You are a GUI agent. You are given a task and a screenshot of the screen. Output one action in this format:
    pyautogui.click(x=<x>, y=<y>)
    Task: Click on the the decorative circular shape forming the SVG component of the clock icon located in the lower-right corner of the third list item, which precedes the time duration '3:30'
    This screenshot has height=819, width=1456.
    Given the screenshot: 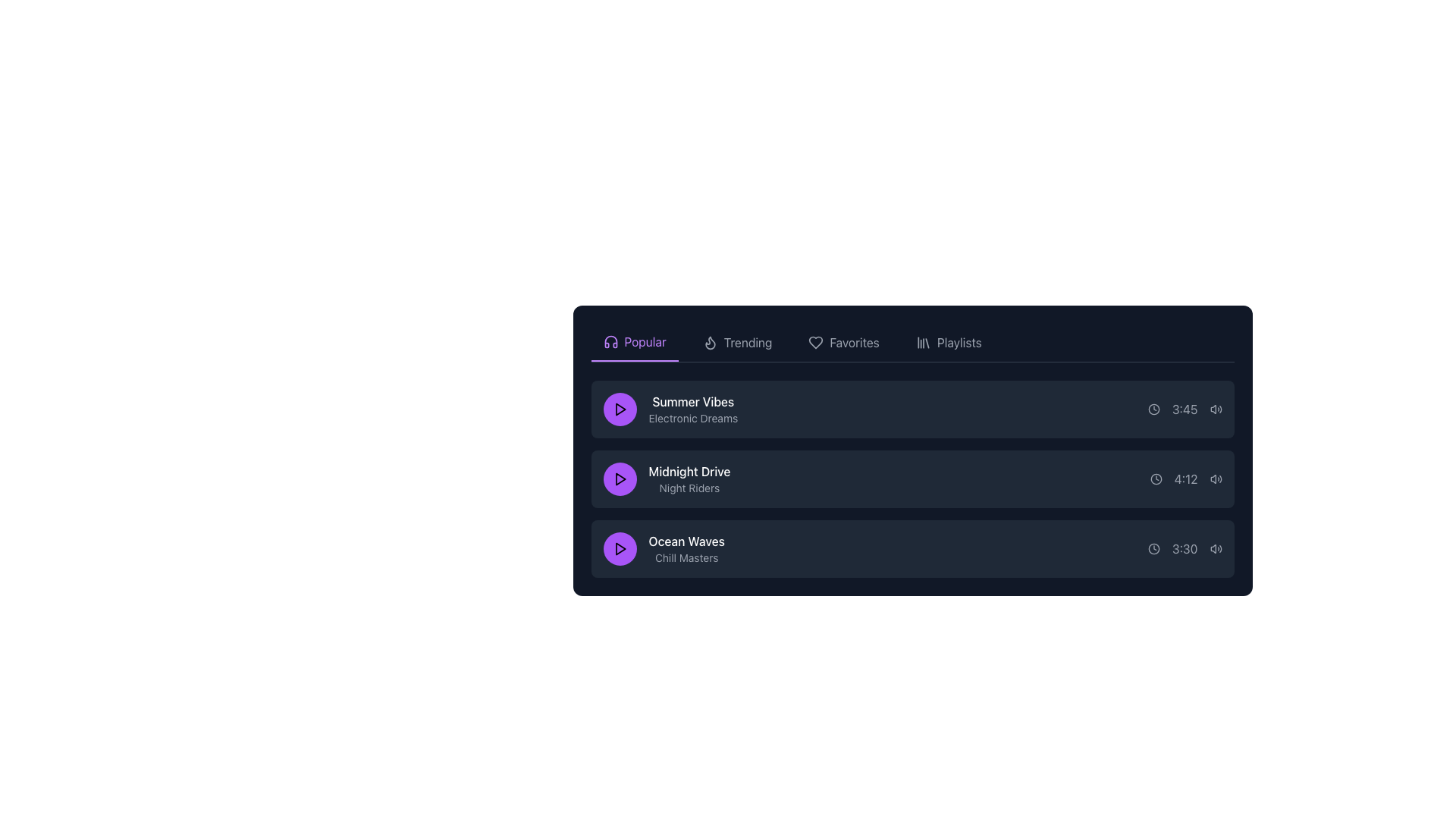 What is the action you would take?
    pyautogui.click(x=1153, y=549)
    